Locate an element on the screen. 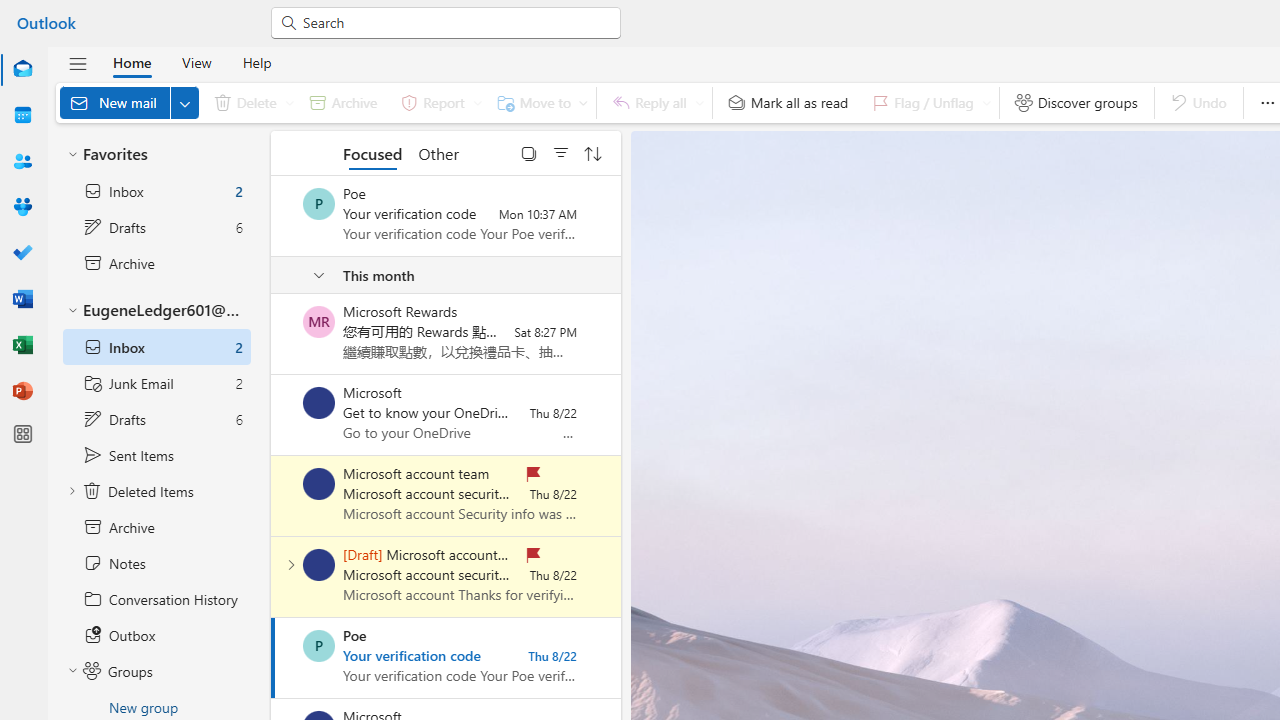  'People' is located at coordinates (23, 161).